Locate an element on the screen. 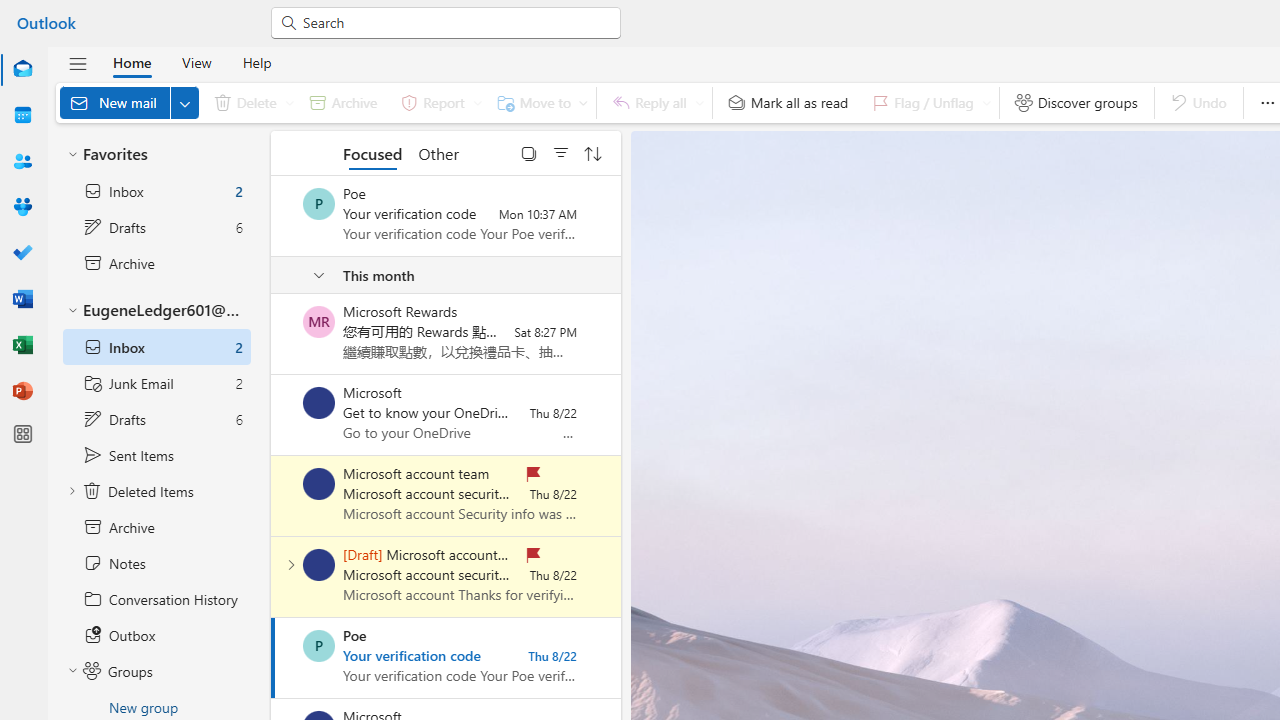  'People' is located at coordinates (23, 161).